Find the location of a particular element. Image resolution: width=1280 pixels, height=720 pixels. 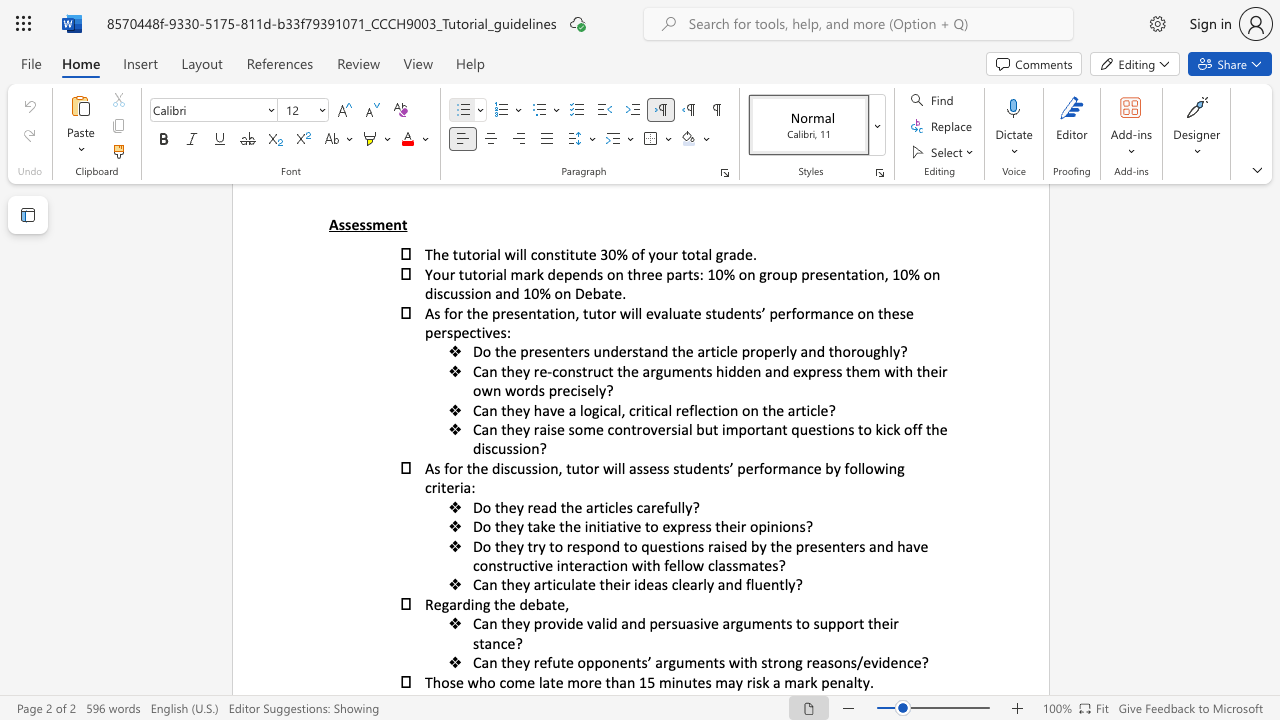

the 1th character "o" in the text is located at coordinates (444, 680).